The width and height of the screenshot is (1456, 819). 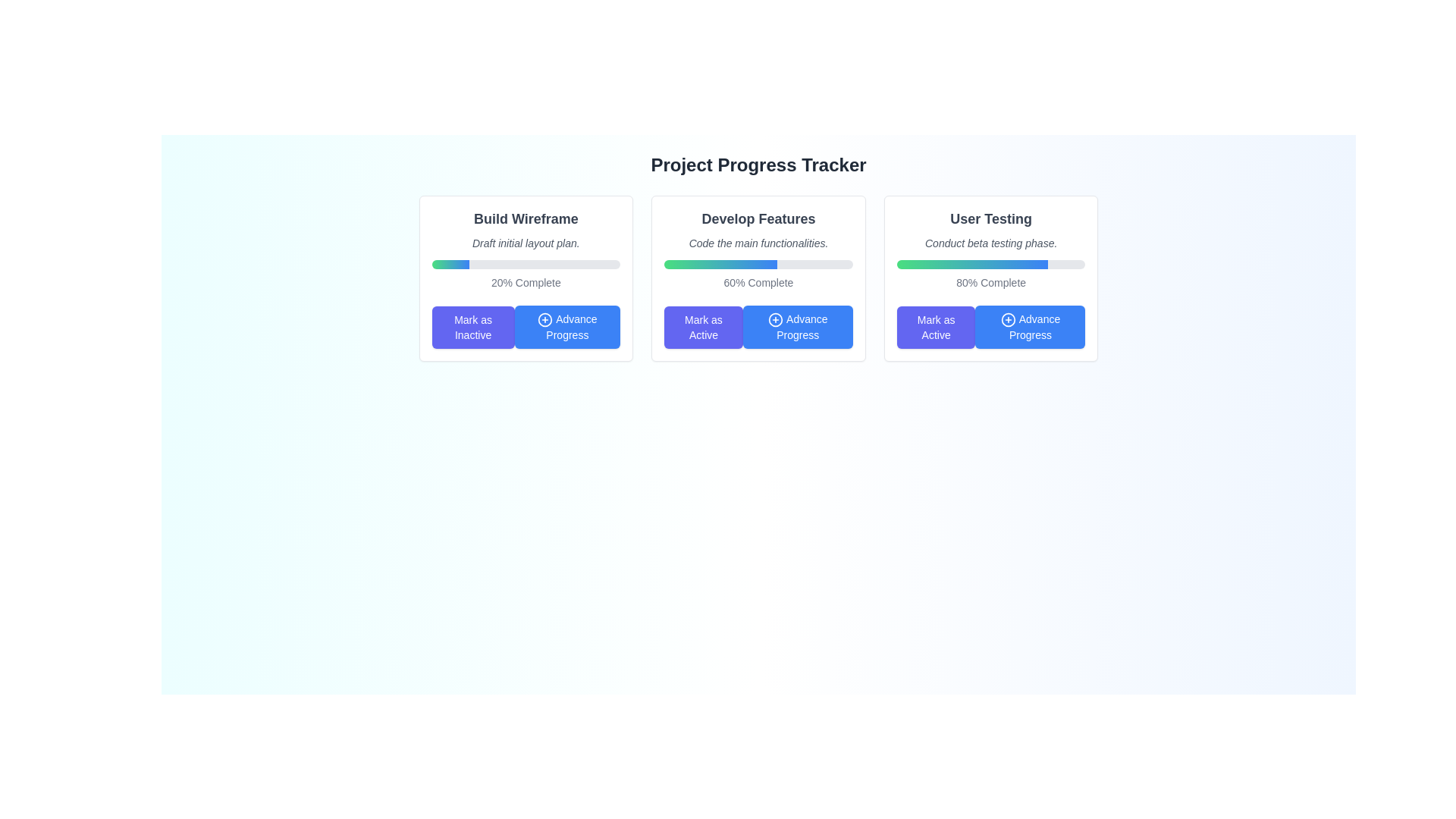 I want to click on the 'Advance Progress' button by clicking on the decorative icon located to the right of the button text in the 'User Testing' section, so click(x=1008, y=319).